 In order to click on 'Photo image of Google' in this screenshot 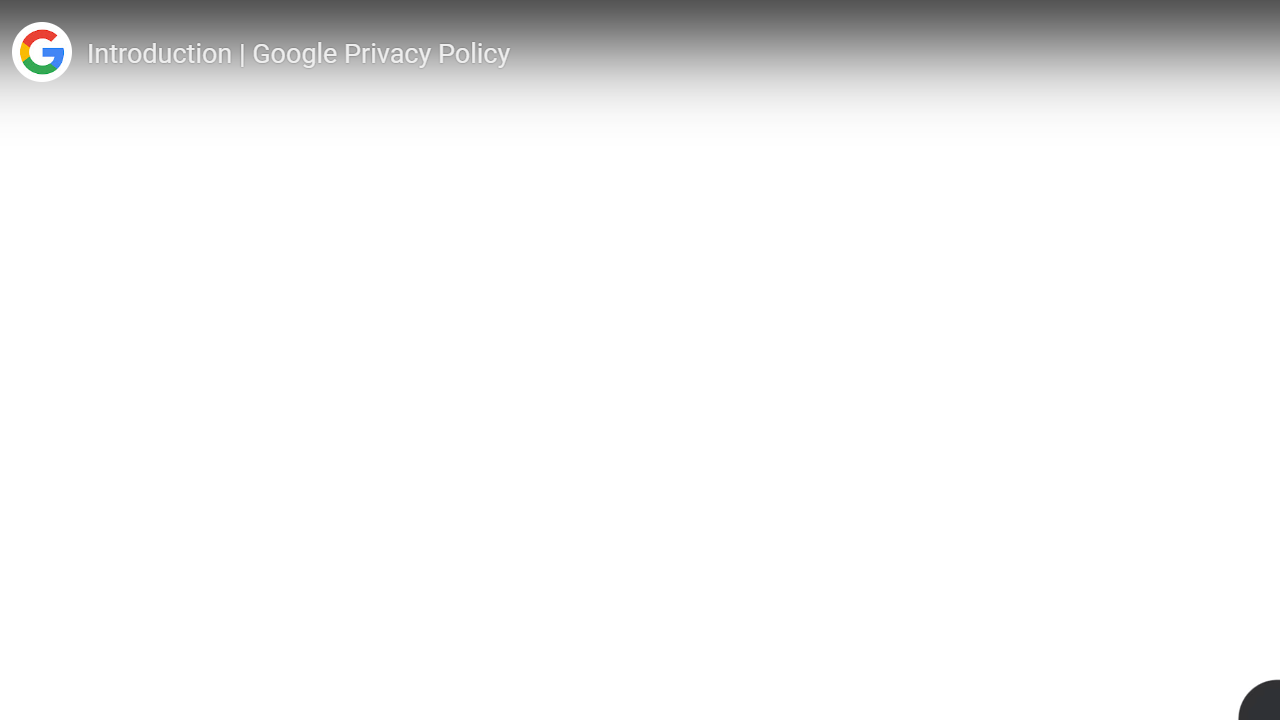, I will do `click(41, 51)`.